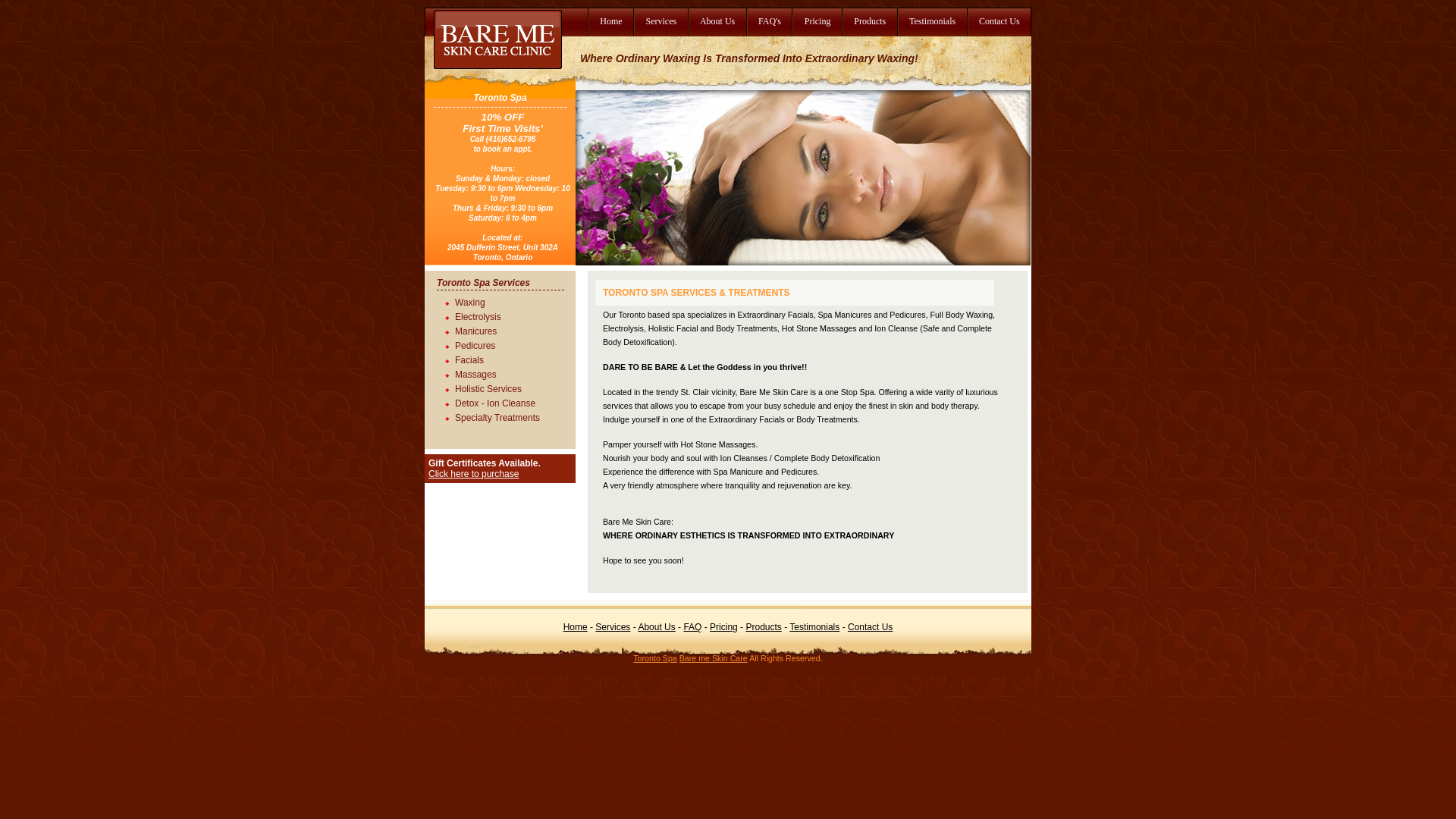  Describe the element at coordinates (512, 400) in the screenshot. I see `'Detox - Ion Cleanse'` at that location.